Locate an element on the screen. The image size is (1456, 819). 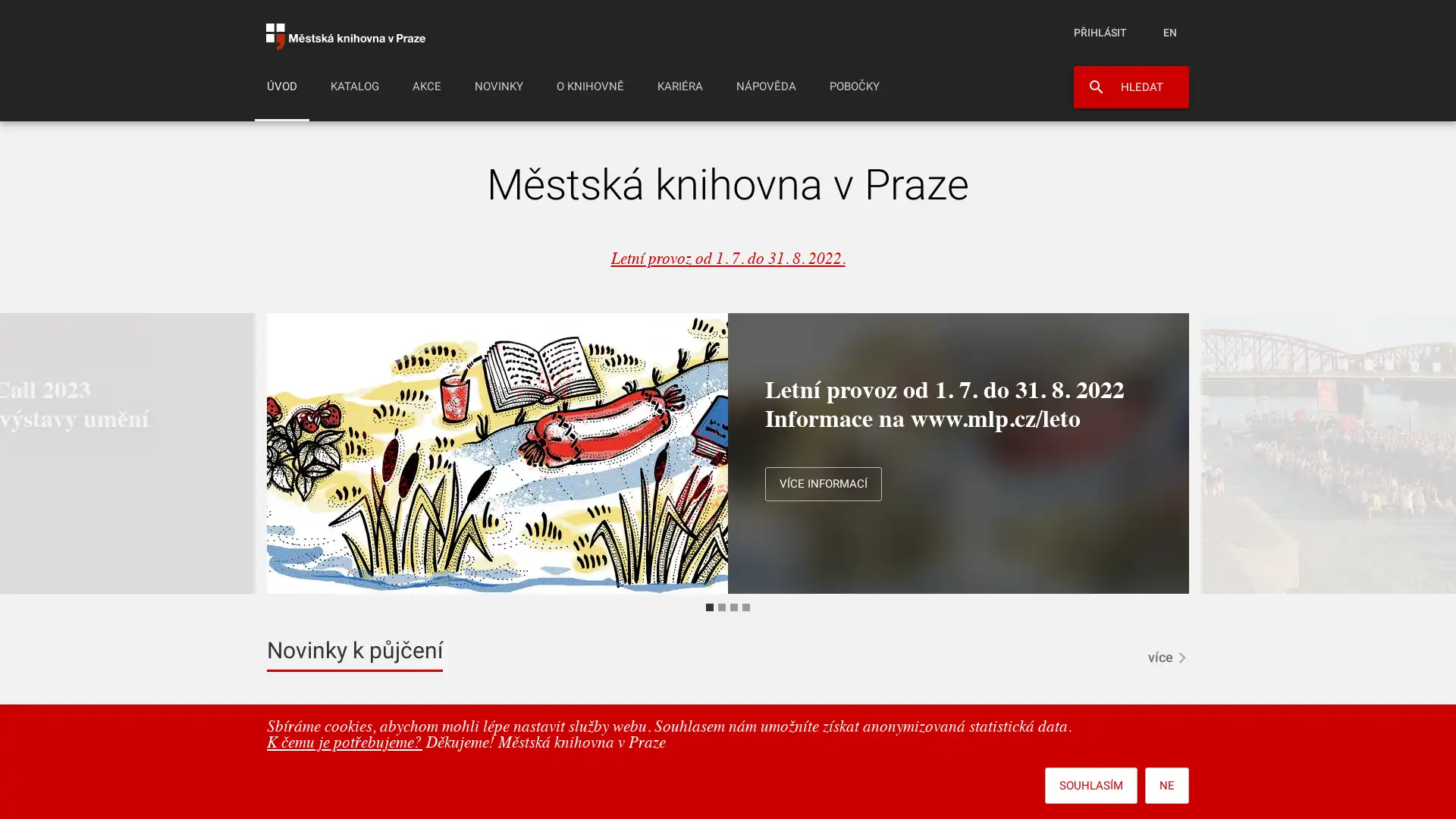
SOUHLASIM is located at coordinates (1090, 785).